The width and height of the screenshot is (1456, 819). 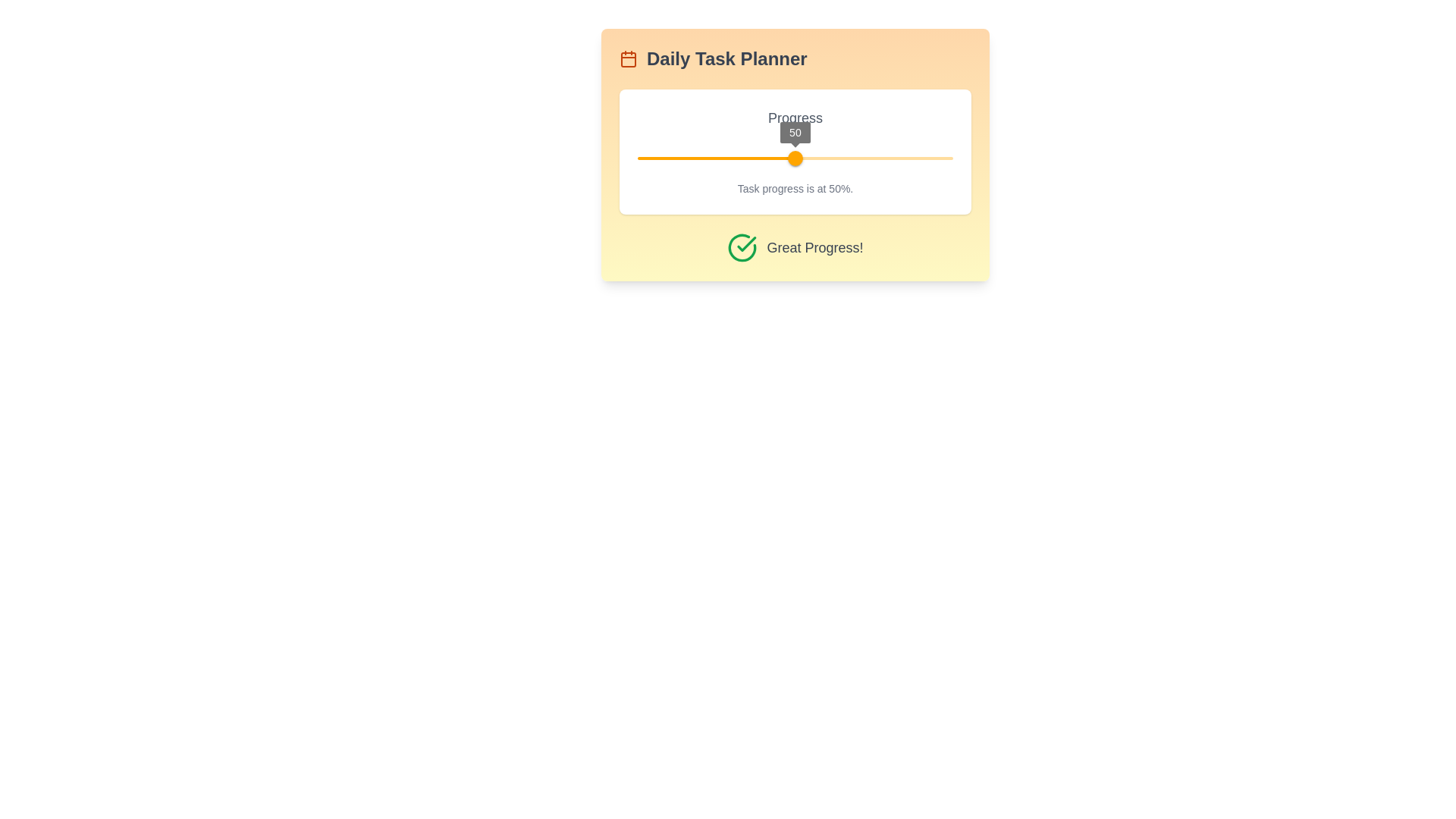 I want to click on the informative text element that displays 'Great Progress!' with a green check mark icon, located at the bottom of the 'Daily Task Planner' card section, so click(x=795, y=247).